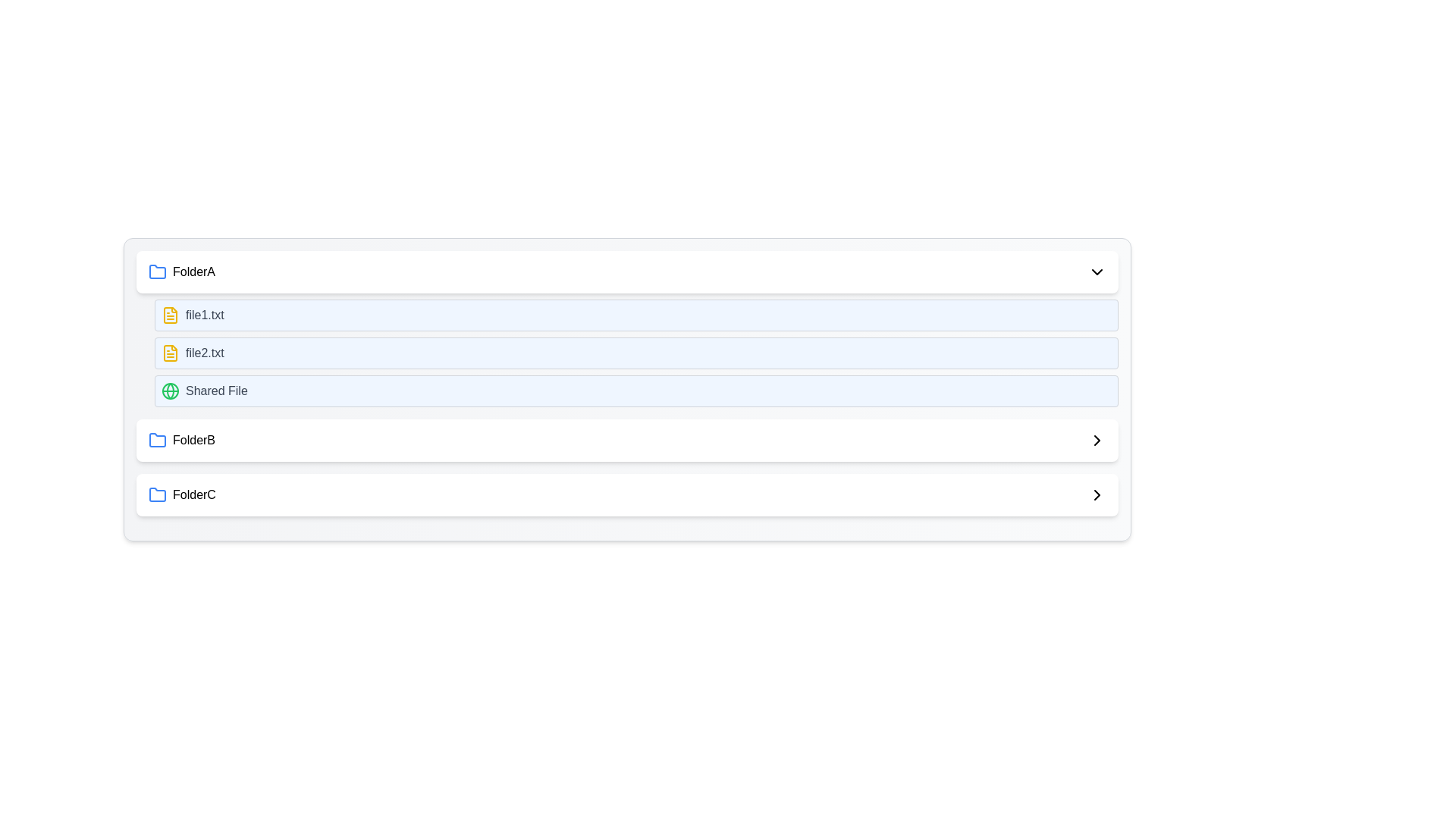  I want to click on the folder icon with a blue outline that precedes the text 'FolderB', so click(157, 439).